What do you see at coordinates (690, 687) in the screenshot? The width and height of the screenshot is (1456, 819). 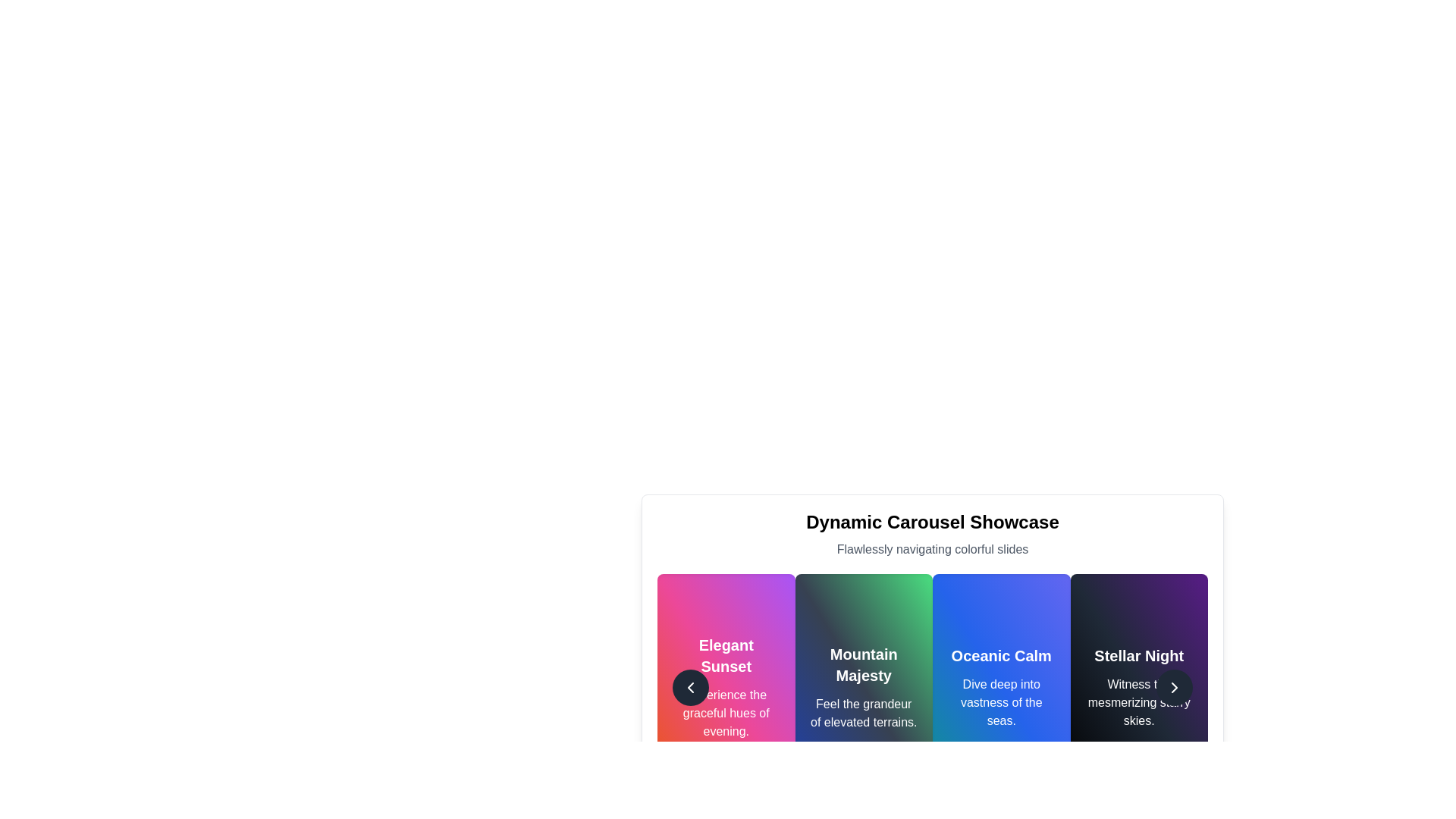 I see `the circular button with a dark gray background and a white left-pointing chevron` at bounding box center [690, 687].